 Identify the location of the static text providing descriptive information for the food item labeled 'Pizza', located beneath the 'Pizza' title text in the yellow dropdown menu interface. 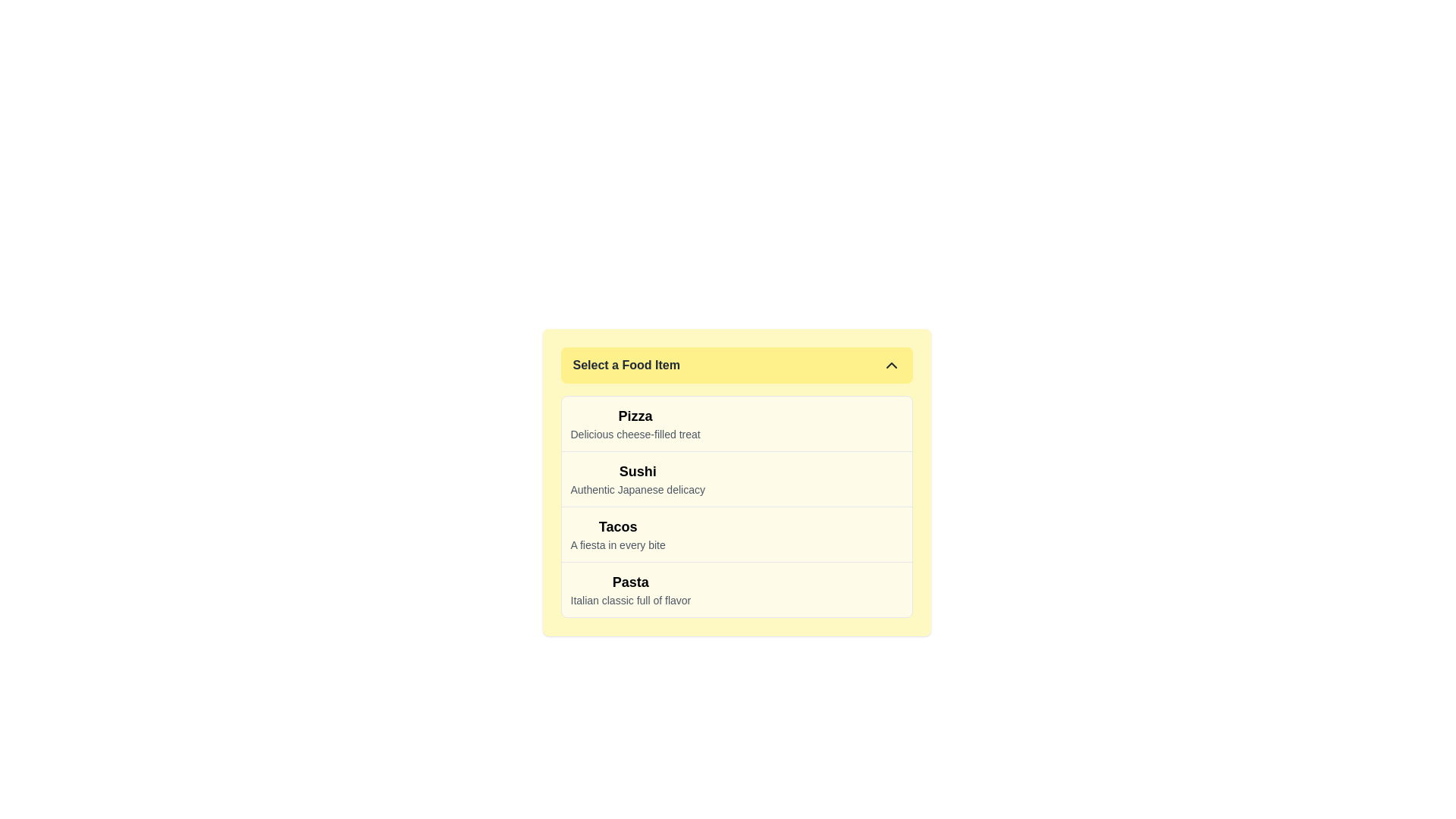
(635, 435).